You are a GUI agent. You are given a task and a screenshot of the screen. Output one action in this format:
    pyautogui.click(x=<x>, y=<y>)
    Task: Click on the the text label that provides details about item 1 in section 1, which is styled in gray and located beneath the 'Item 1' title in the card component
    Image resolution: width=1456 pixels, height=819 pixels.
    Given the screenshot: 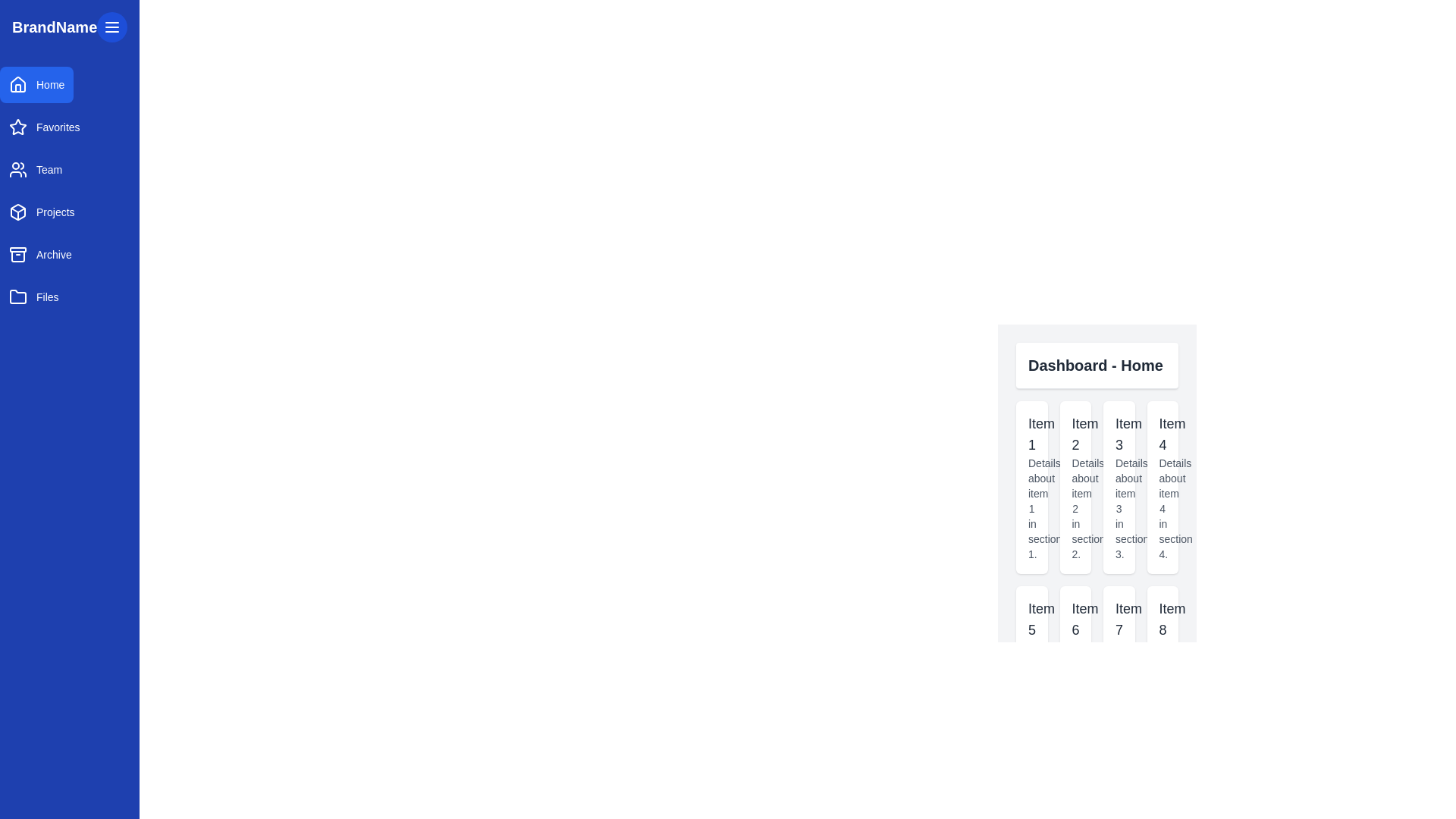 What is the action you would take?
    pyautogui.click(x=1031, y=509)
    